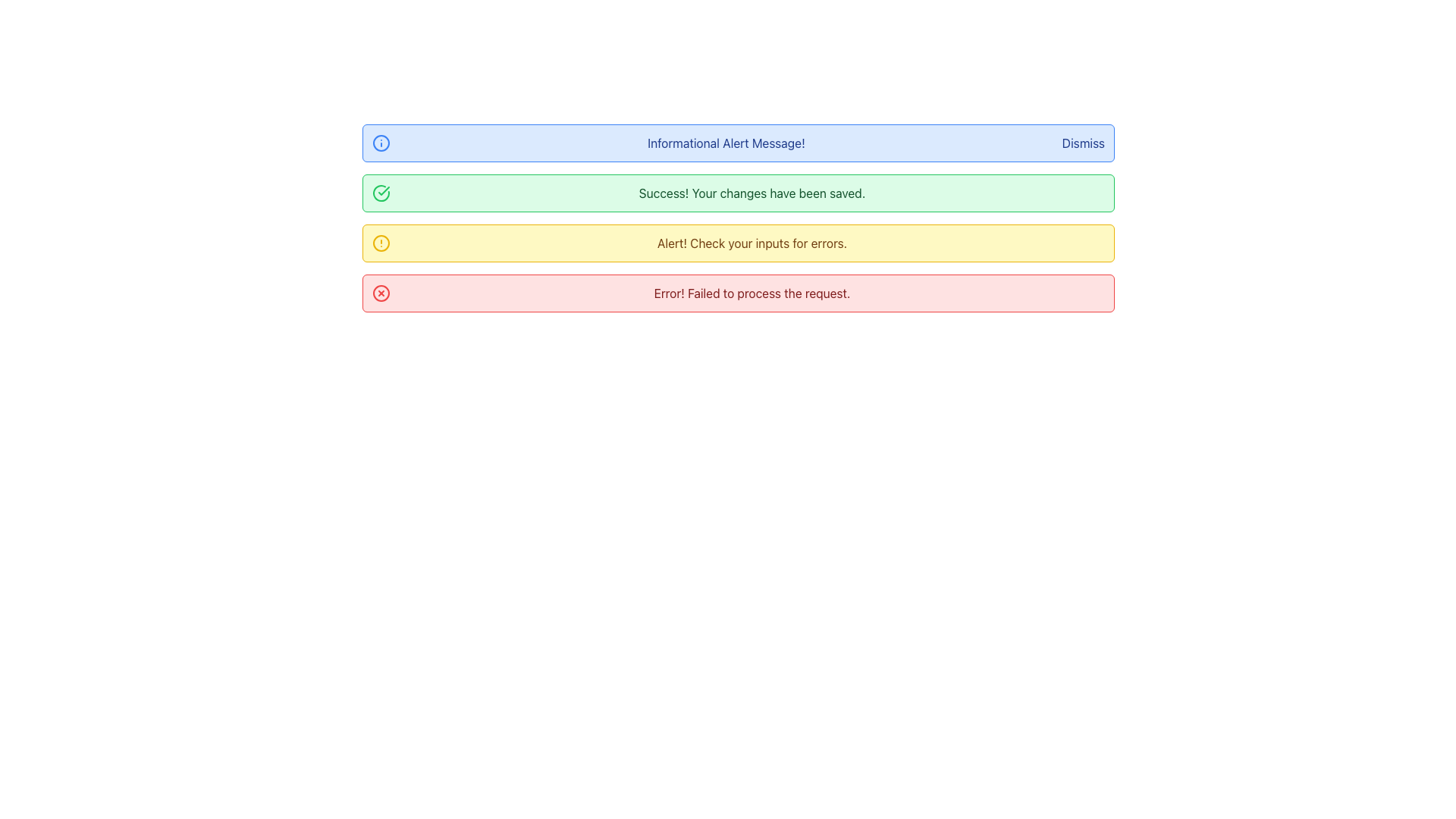  What do you see at coordinates (739, 242) in the screenshot?
I see `the Notification Box that has a yellow background, contains an alert icon, and displays the text 'Alert! Check your inputs for errors.'` at bounding box center [739, 242].